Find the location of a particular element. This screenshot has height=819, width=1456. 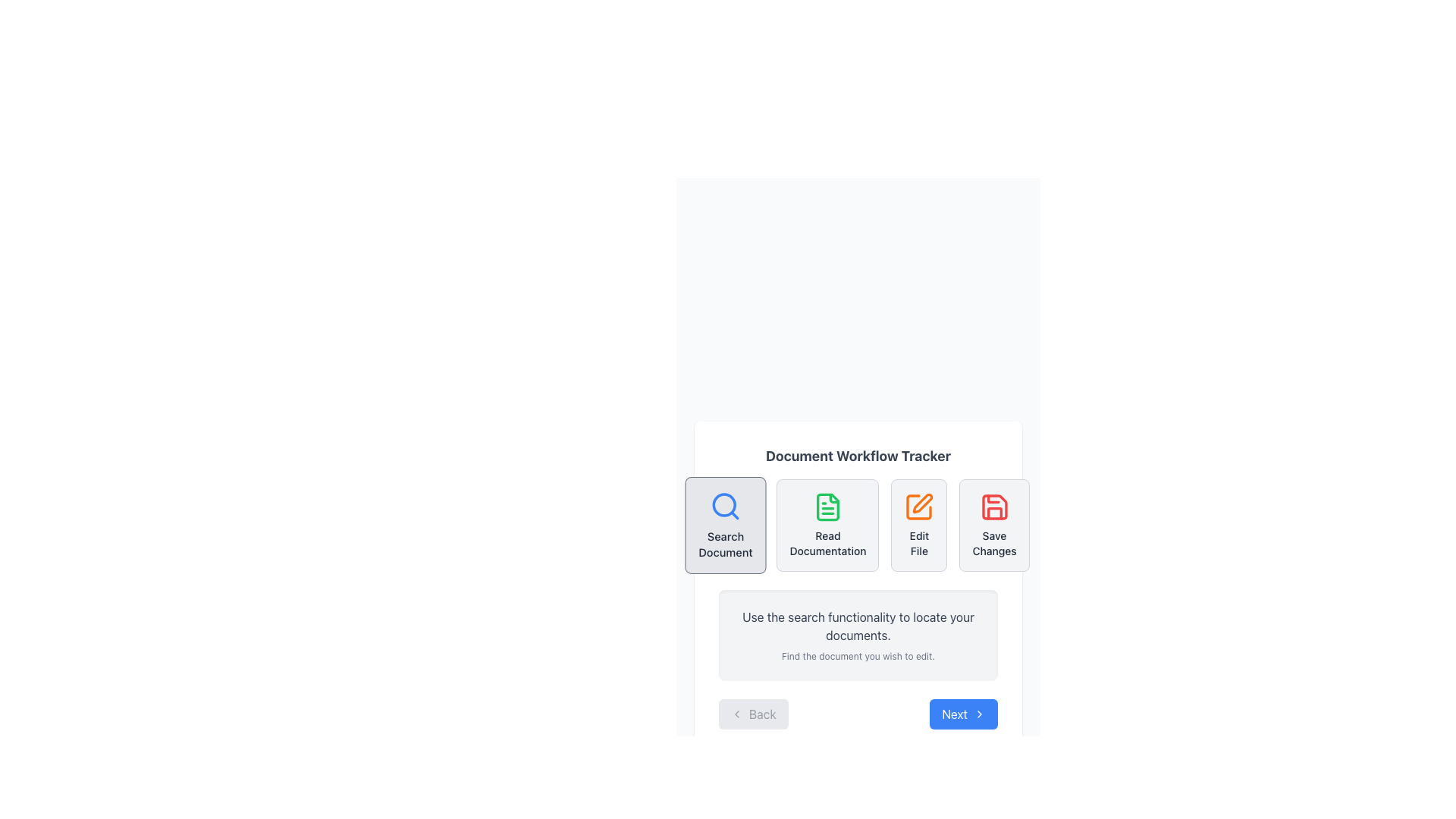

the decorative circle of the magnifying glass icon located at the top left corner of the 'Search Document' button is located at coordinates (723, 505).